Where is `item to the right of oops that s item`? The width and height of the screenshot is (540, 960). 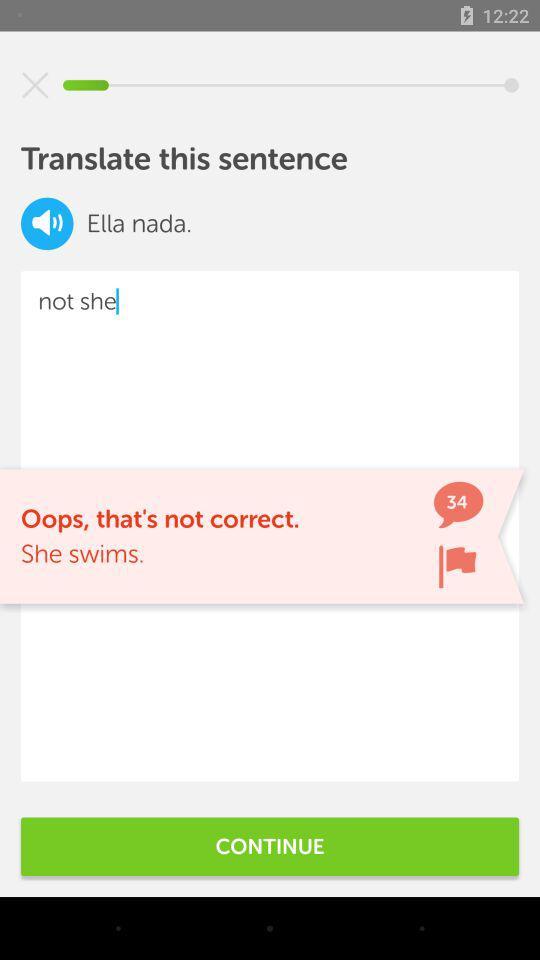
item to the right of oops that s item is located at coordinates (457, 566).